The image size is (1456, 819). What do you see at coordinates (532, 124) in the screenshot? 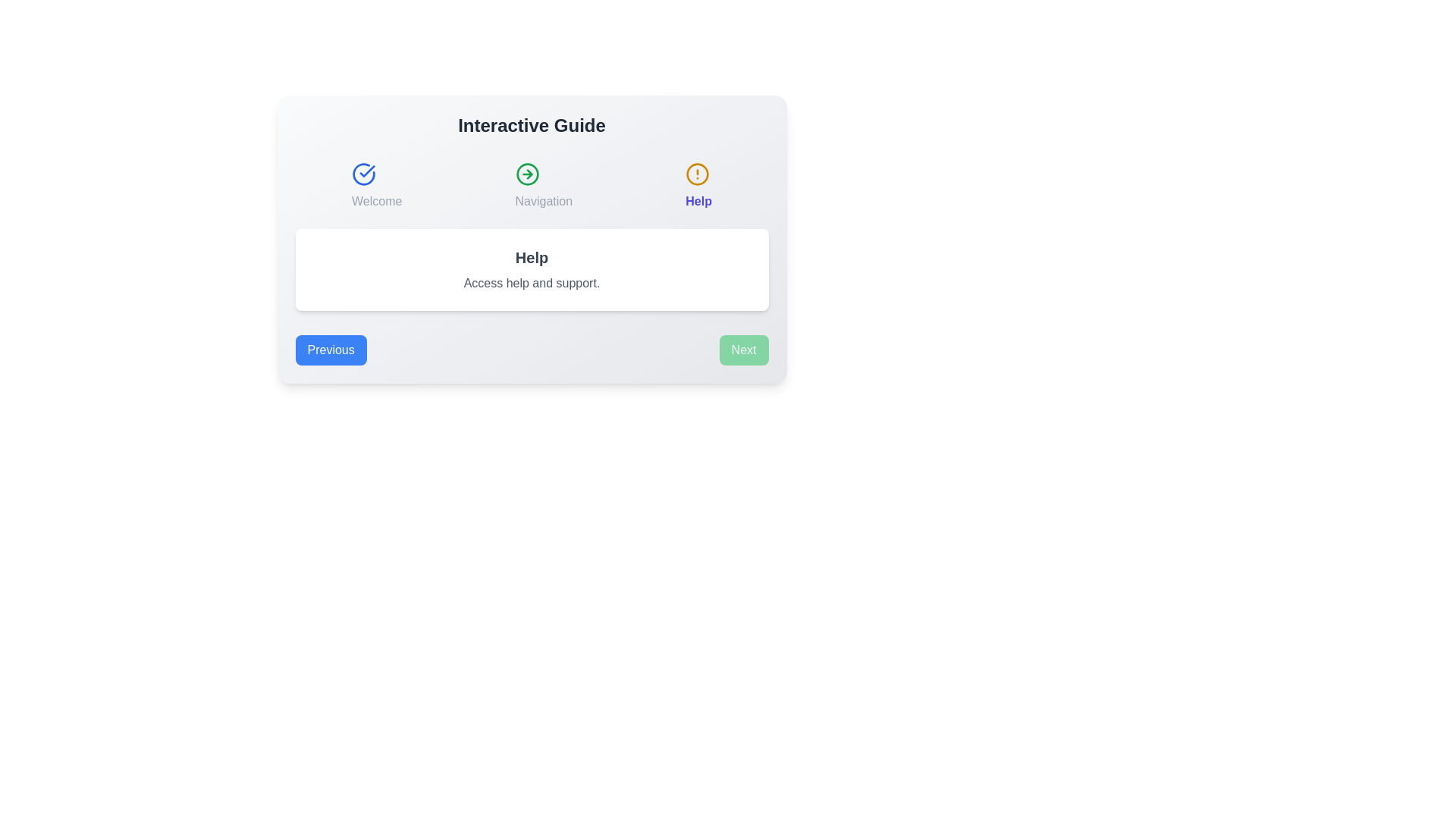
I see `the Text Label that serves as the title for the content panel, located at the top of the centered rectangular panel above the icons labeled 'Welcome', 'Navigation', and 'Help'` at bounding box center [532, 124].